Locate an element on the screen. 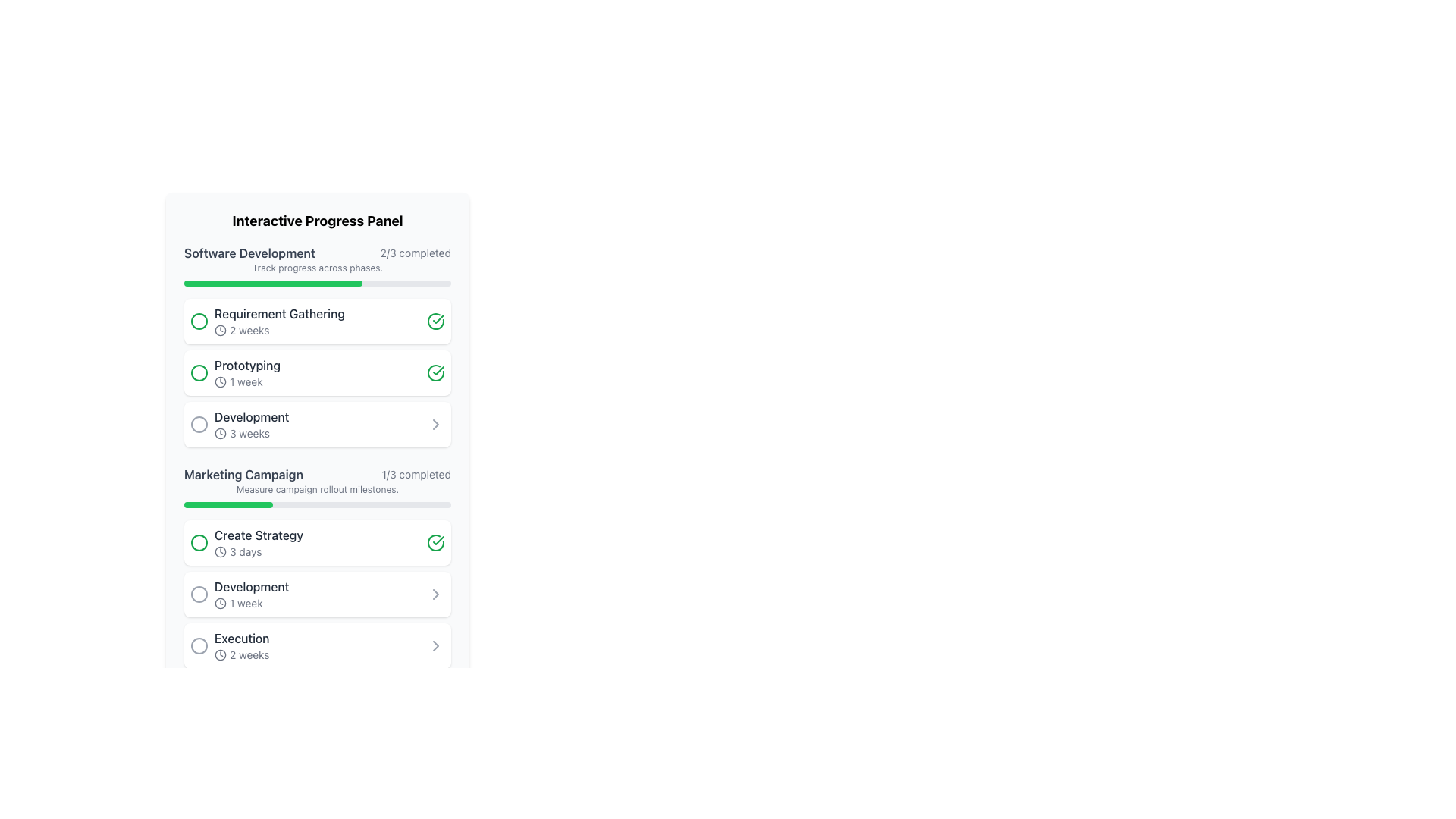 This screenshot has width=1456, height=819. the small green checkmark icon located in the 'Marketing Campaign' section next to the 'Create Strategy' task is located at coordinates (438, 540).